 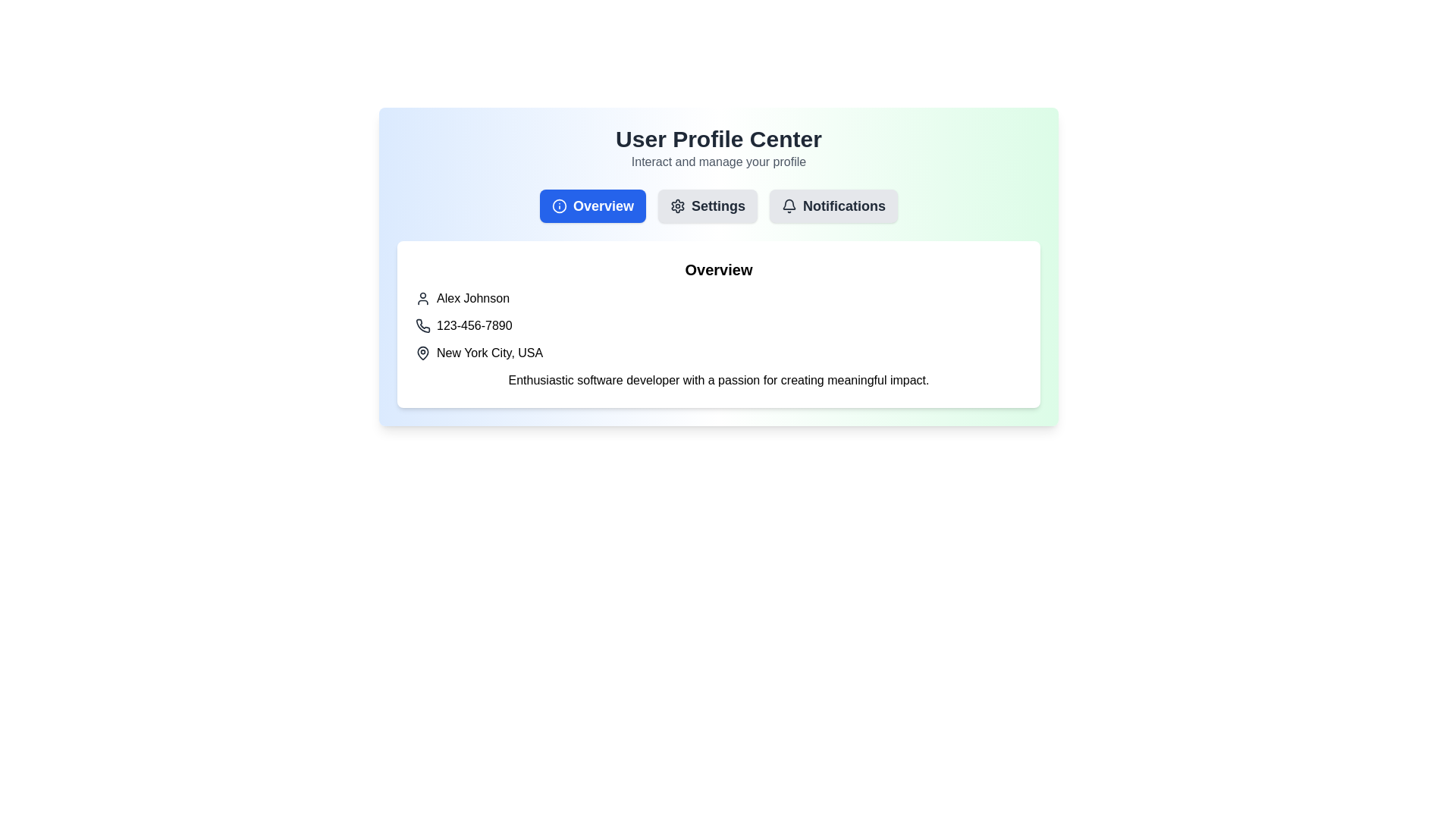 What do you see at coordinates (422, 325) in the screenshot?
I see `the phone icon represented in a minimalistic line art style, which is located beside the phone number '123-456-7890'` at bounding box center [422, 325].